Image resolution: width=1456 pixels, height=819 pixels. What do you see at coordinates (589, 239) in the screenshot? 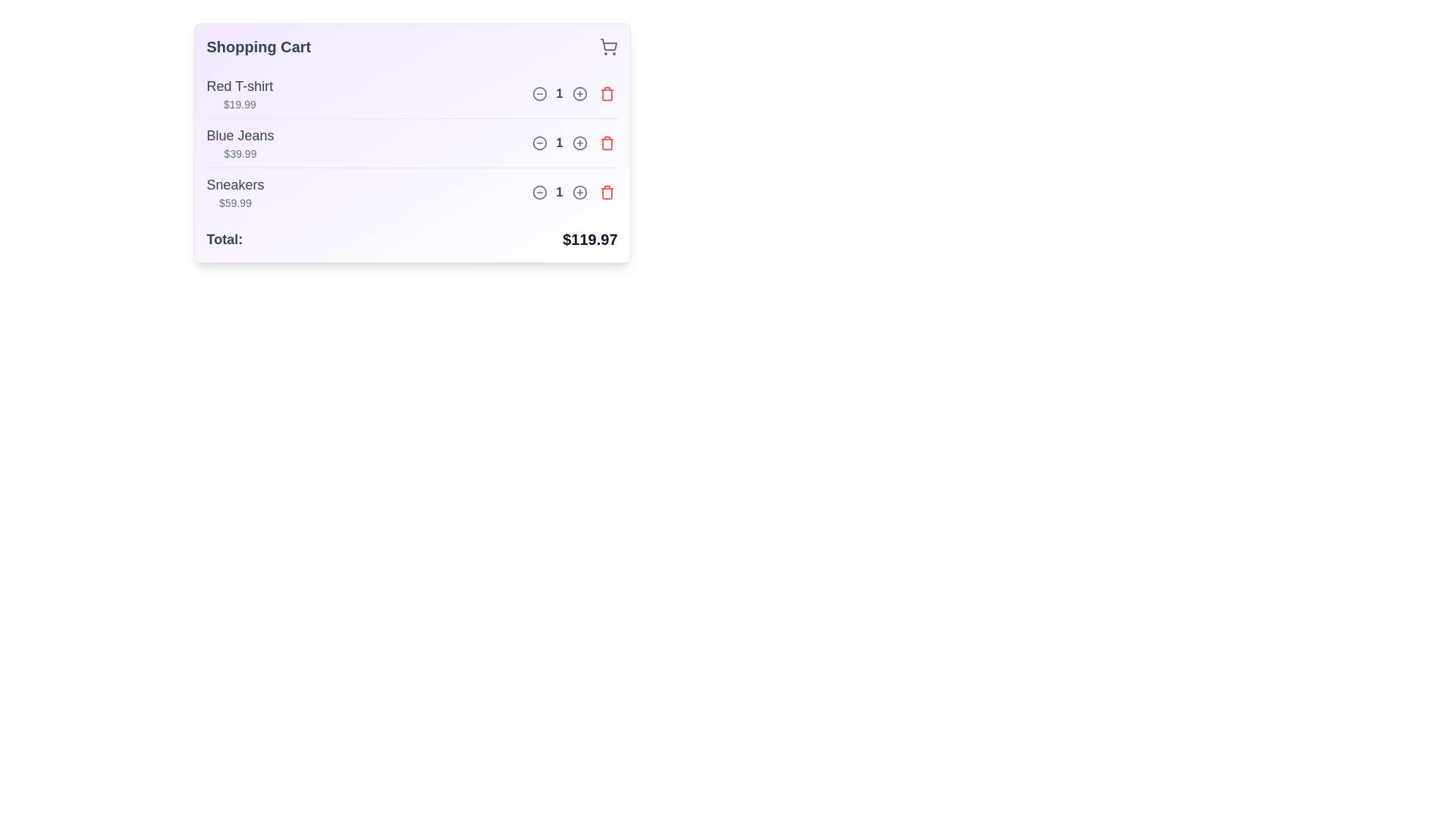
I see `the large, bold text displaying the monetary value '$119.97', which is styled in dark gray and positioned to the right of the label 'Total:' on a light purple background` at bounding box center [589, 239].